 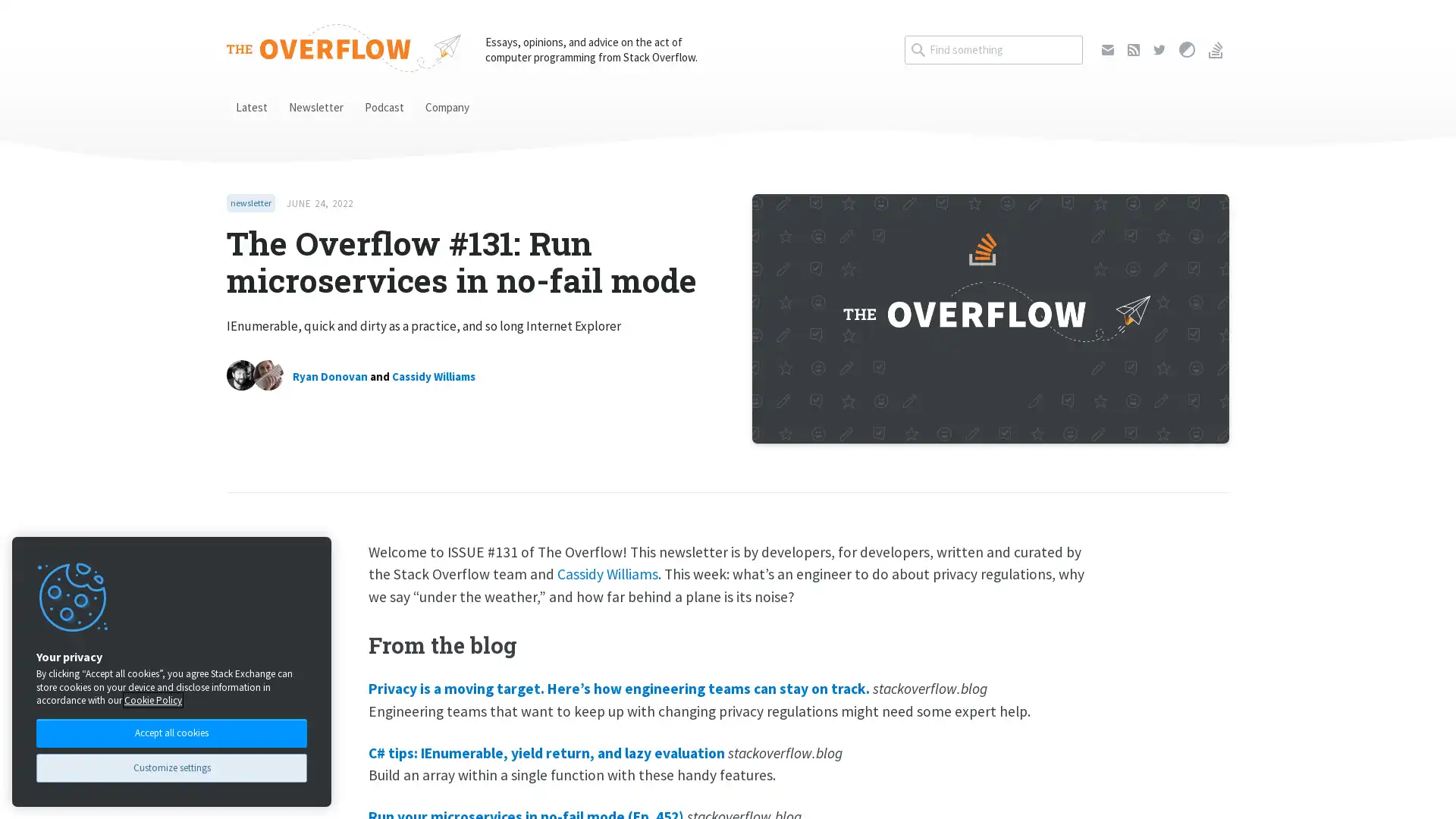 I want to click on Search, so click(x=1081, y=34).